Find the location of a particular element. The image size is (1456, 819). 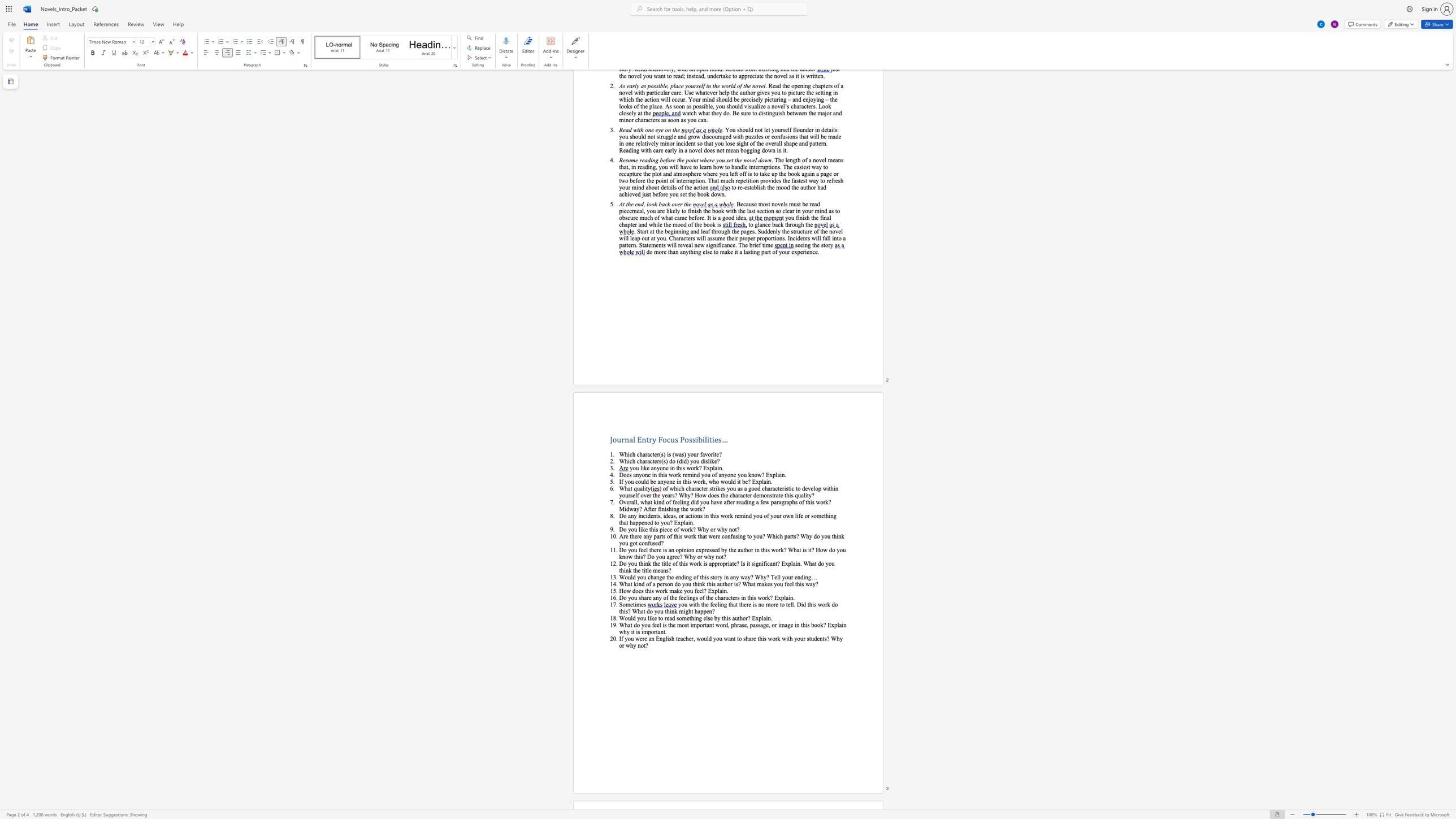

the subset text "te" within the text "appropriate" is located at coordinates (732, 563).